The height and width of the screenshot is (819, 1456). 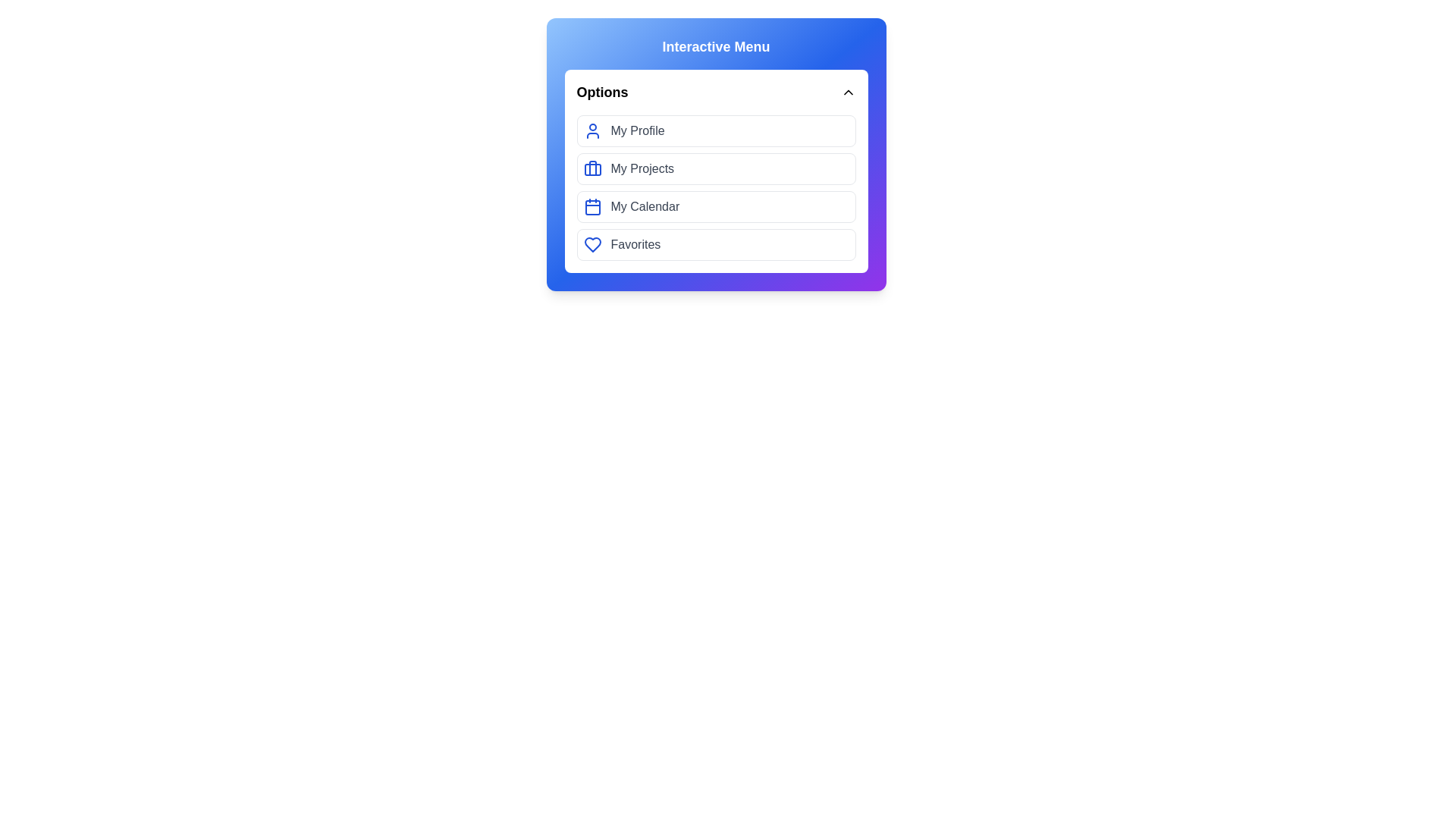 What do you see at coordinates (591, 207) in the screenshot?
I see `the 'My Calendar' icon located to the left of the 'My Calendar' text in the interactive menu` at bounding box center [591, 207].